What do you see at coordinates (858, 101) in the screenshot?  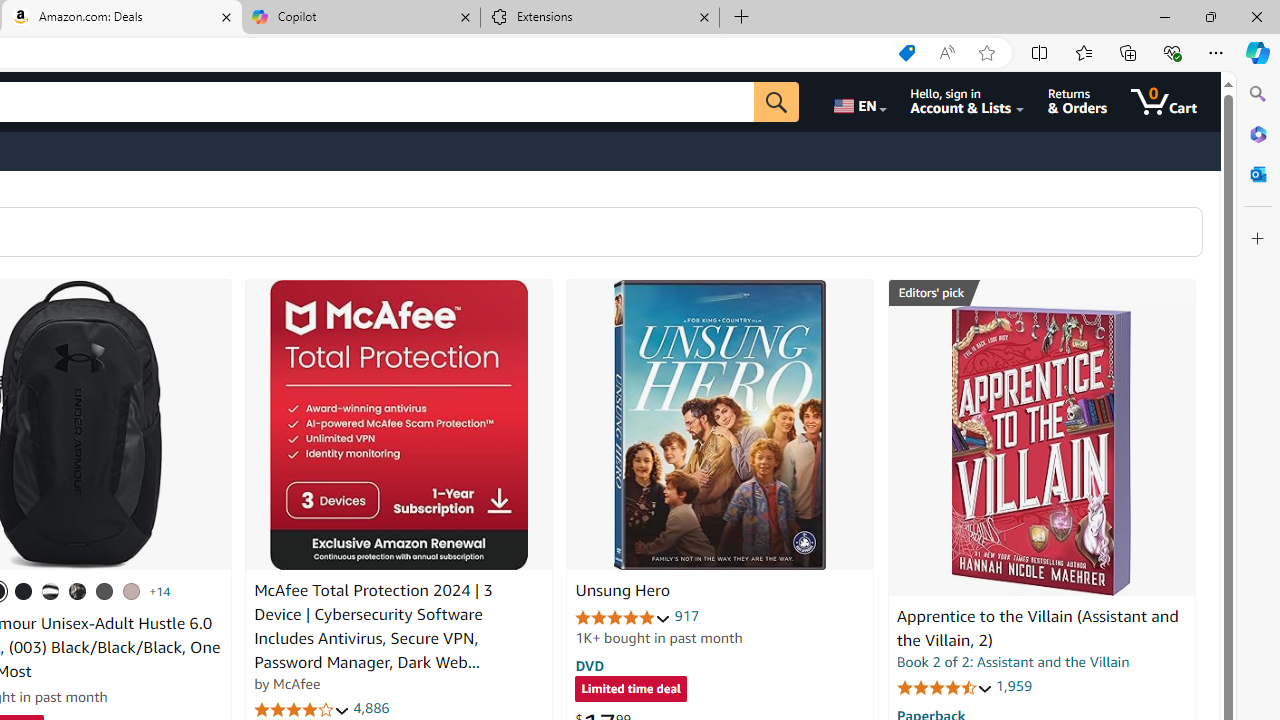 I see `'Choose a language for shopping.'` at bounding box center [858, 101].